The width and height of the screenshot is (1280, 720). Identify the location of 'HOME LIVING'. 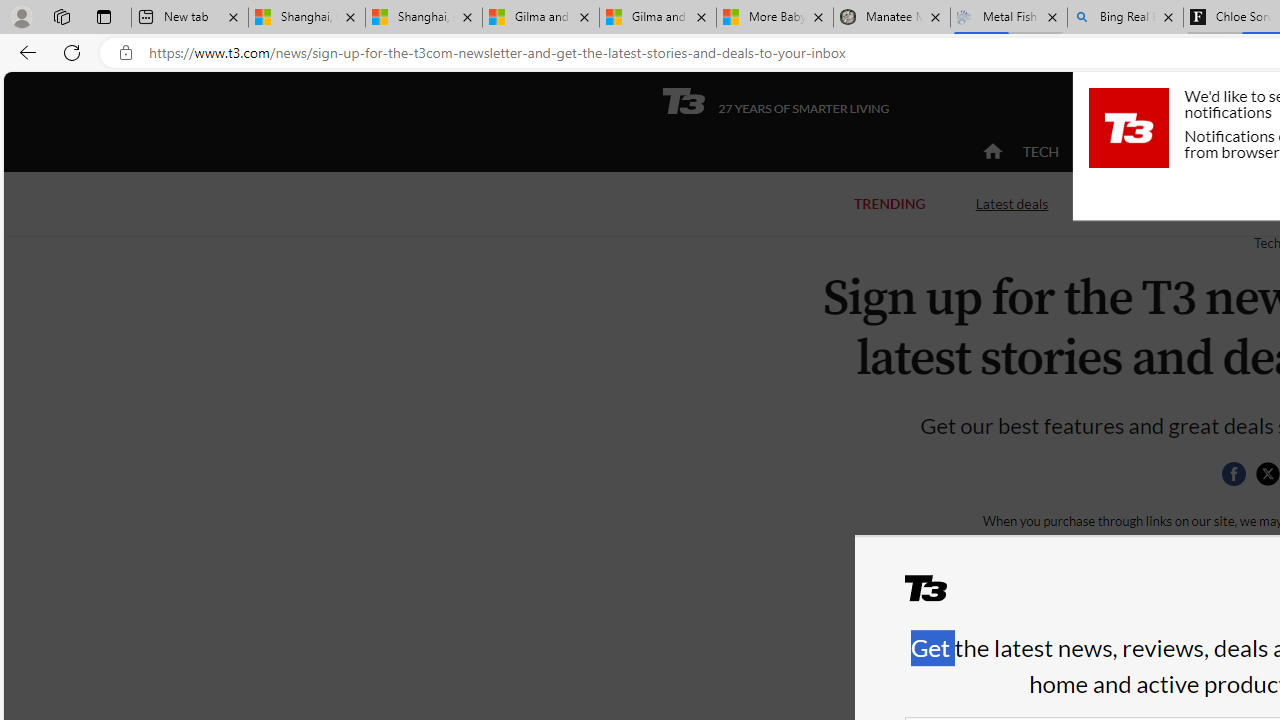
(1232, 150).